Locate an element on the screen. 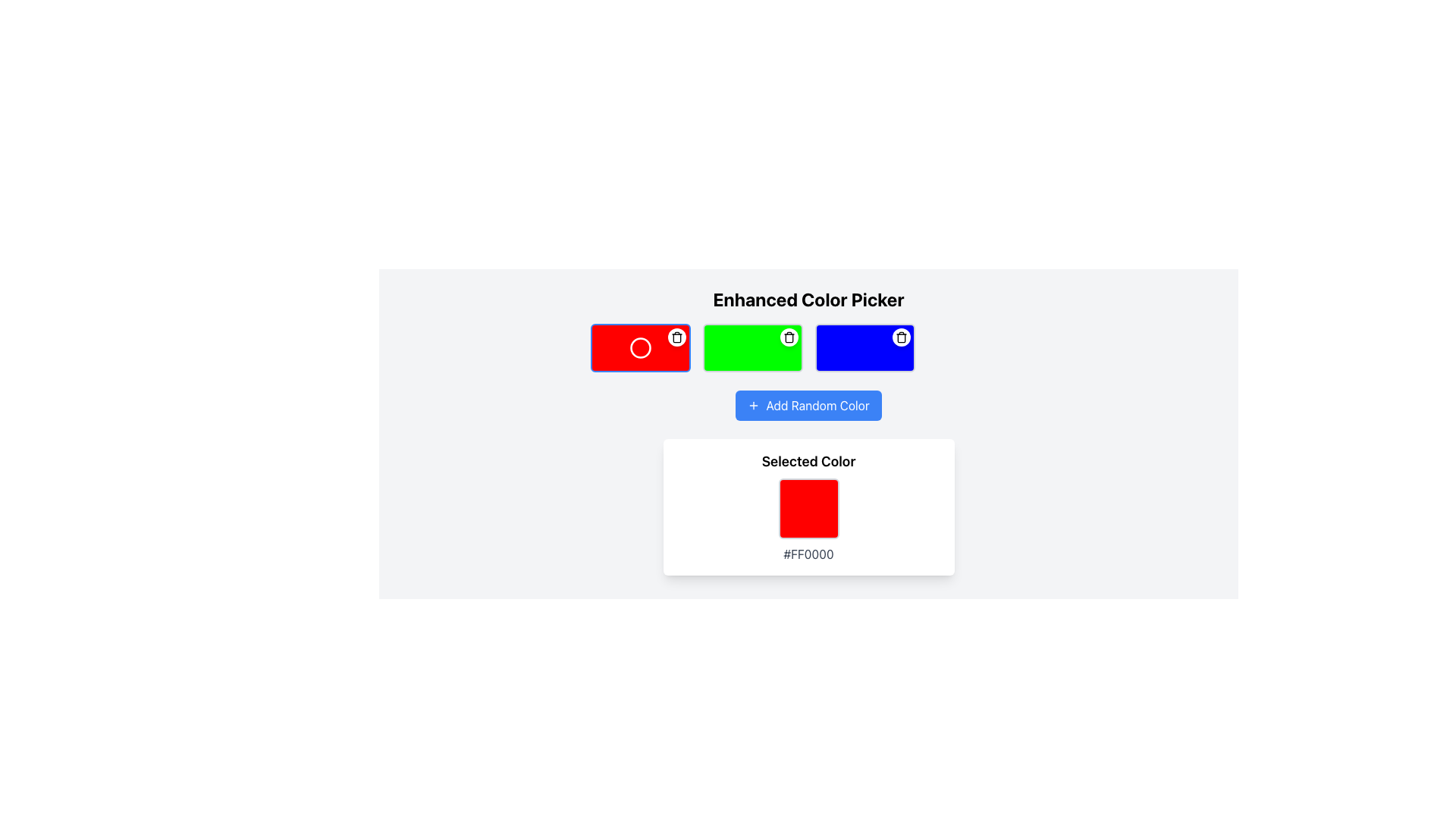 Image resolution: width=1456 pixels, height=819 pixels. the Color Display Indicator, which visually represents the currently selected color and is located within a white card titled 'Selected Color' is located at coordinates (808, 509).